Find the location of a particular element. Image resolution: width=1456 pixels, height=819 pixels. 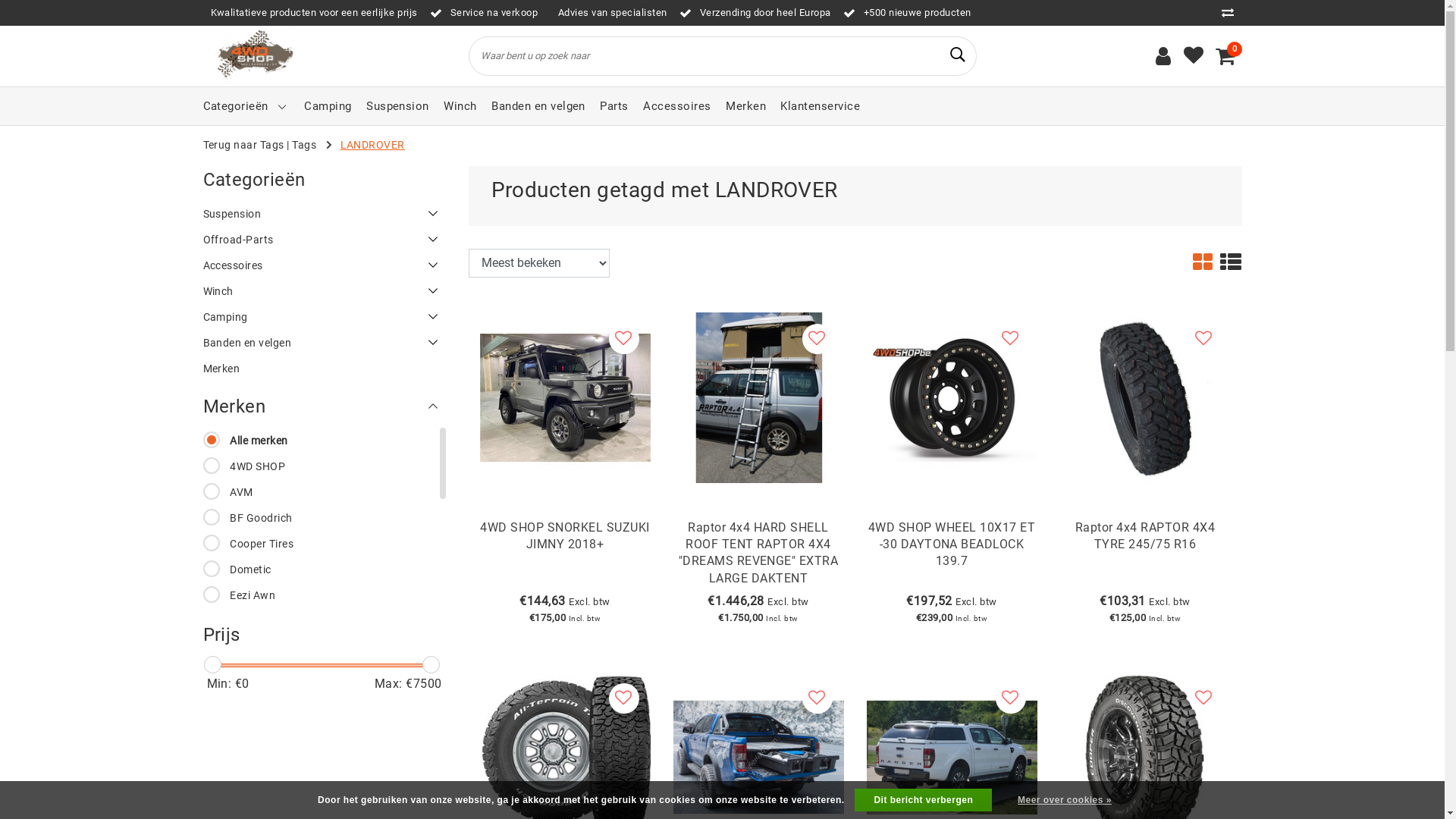

'Banden en velgen' is located at coordinates (323, 342).